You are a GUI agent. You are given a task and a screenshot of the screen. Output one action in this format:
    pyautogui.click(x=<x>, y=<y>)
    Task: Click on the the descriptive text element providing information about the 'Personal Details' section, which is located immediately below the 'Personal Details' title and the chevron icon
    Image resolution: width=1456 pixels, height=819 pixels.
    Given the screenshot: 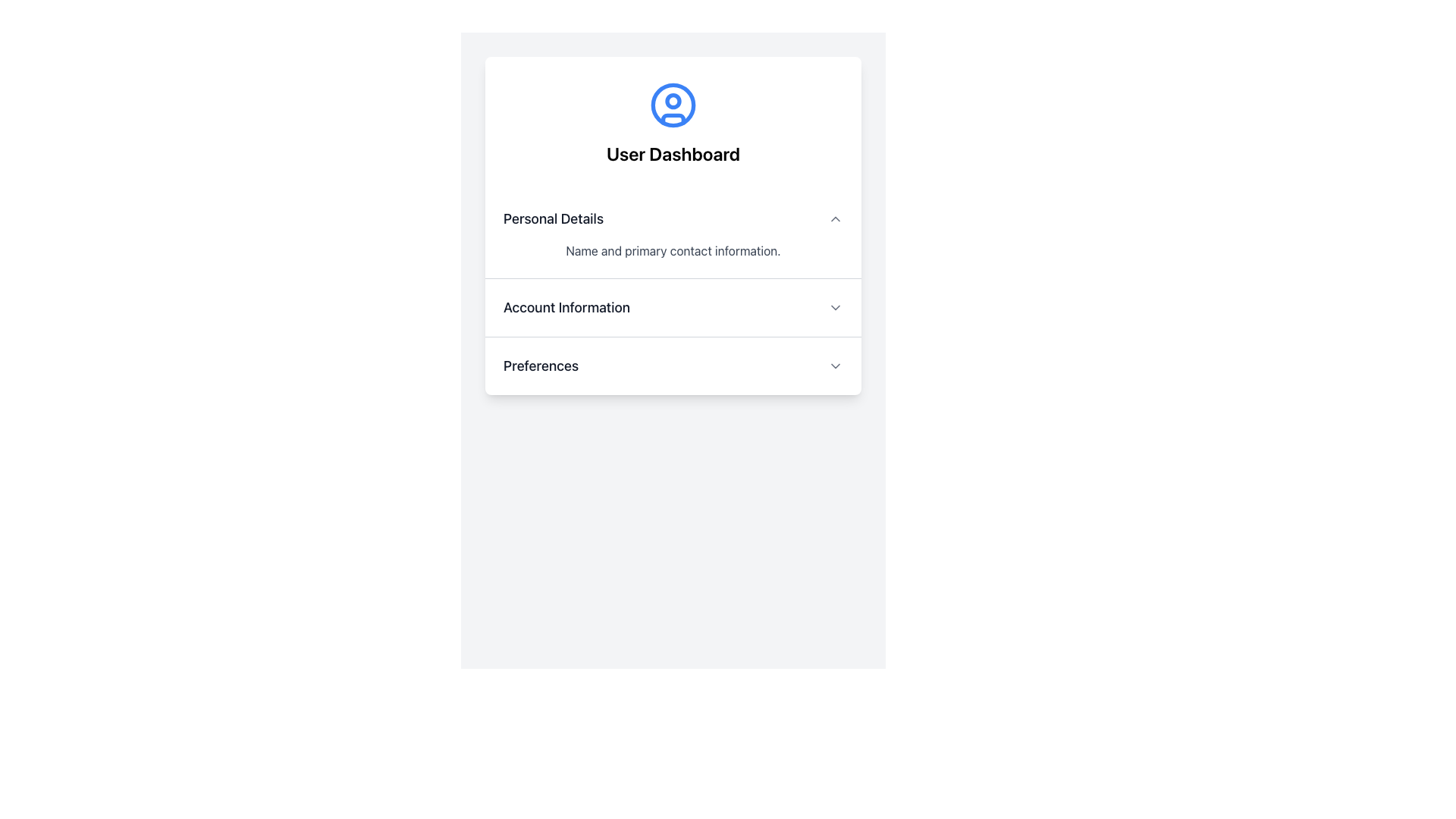 What is the action you would take?
    pyautogui.click(x=673, y=250)
    